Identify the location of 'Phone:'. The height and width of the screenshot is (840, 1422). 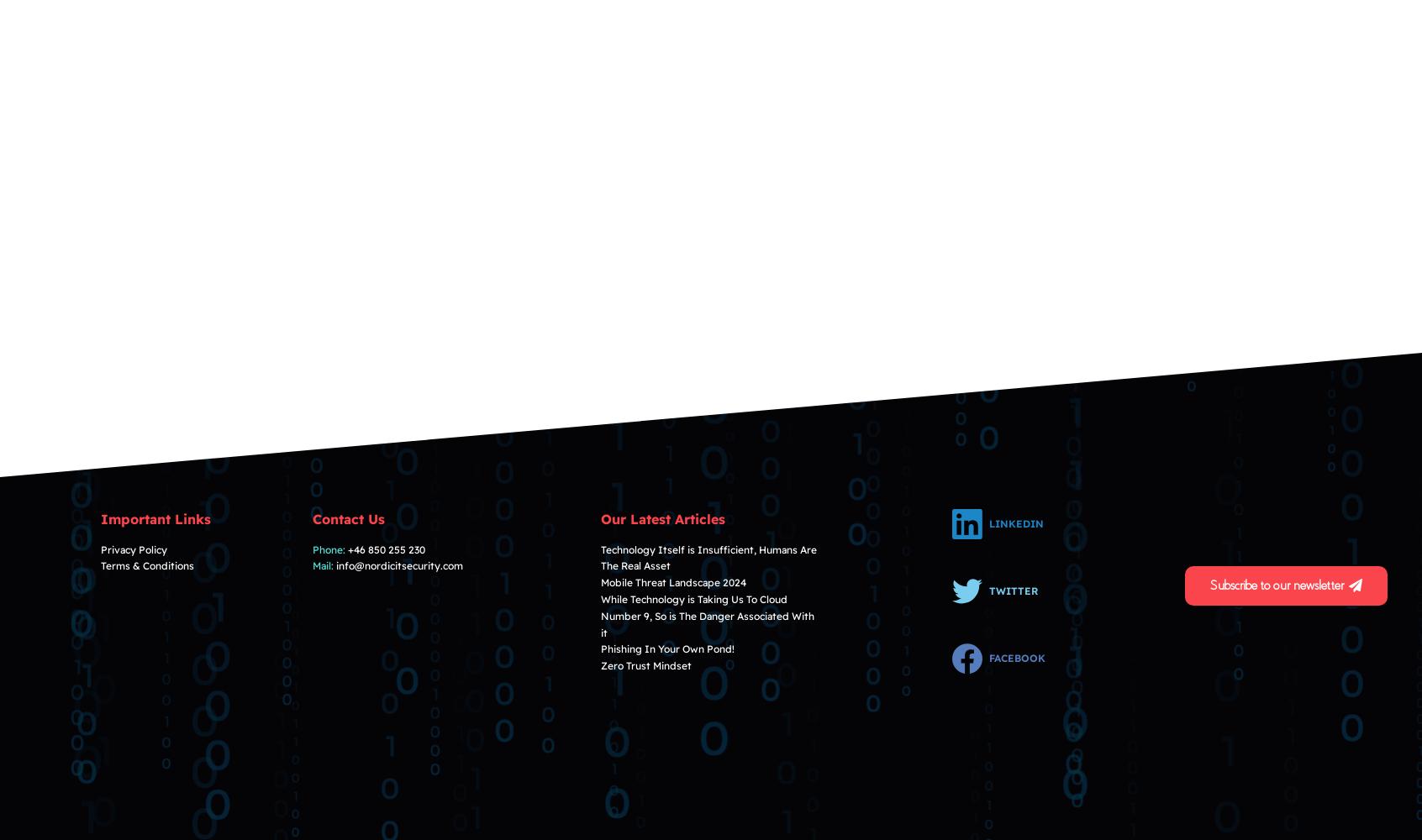
(330, 549).